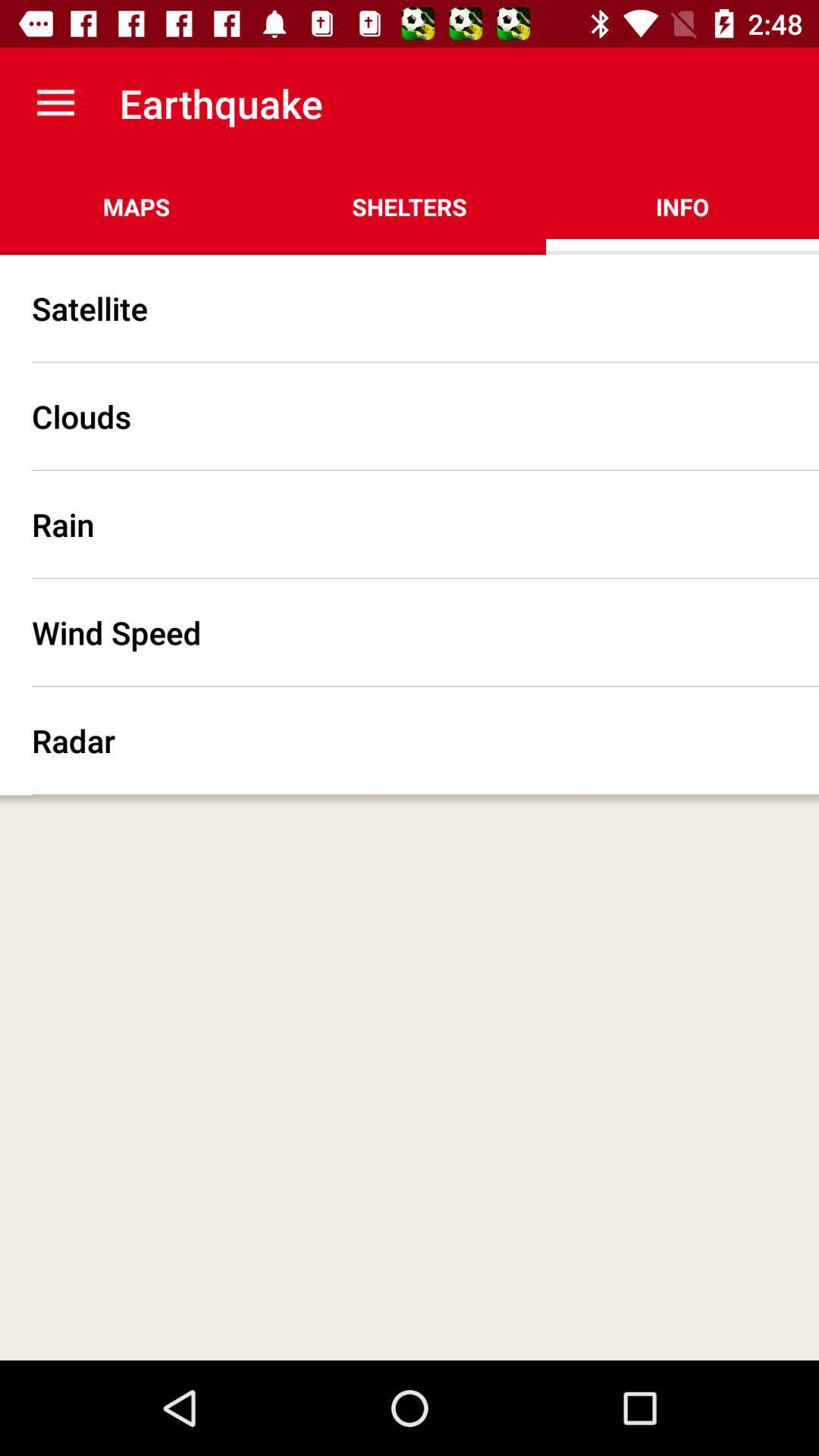 Image resolution: width=819 pixels, height=1456 pixels. Describe the element at coordinates (136, 206) in the screenshot. I see `the maps item` at that location.